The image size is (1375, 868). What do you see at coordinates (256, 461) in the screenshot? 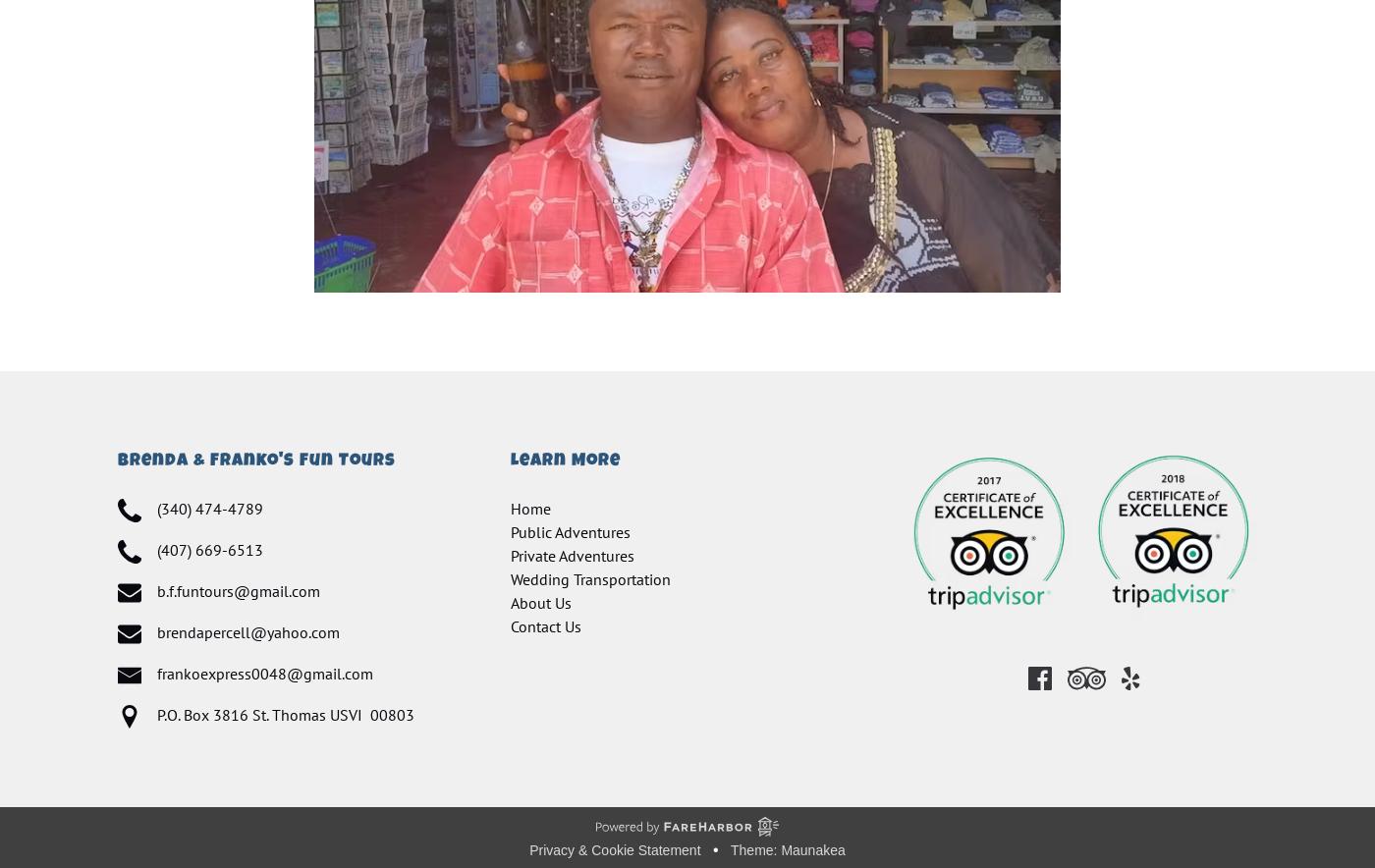
I see `'Brenda & Franko's Fun Tours'` at bounding box center [256, 461].